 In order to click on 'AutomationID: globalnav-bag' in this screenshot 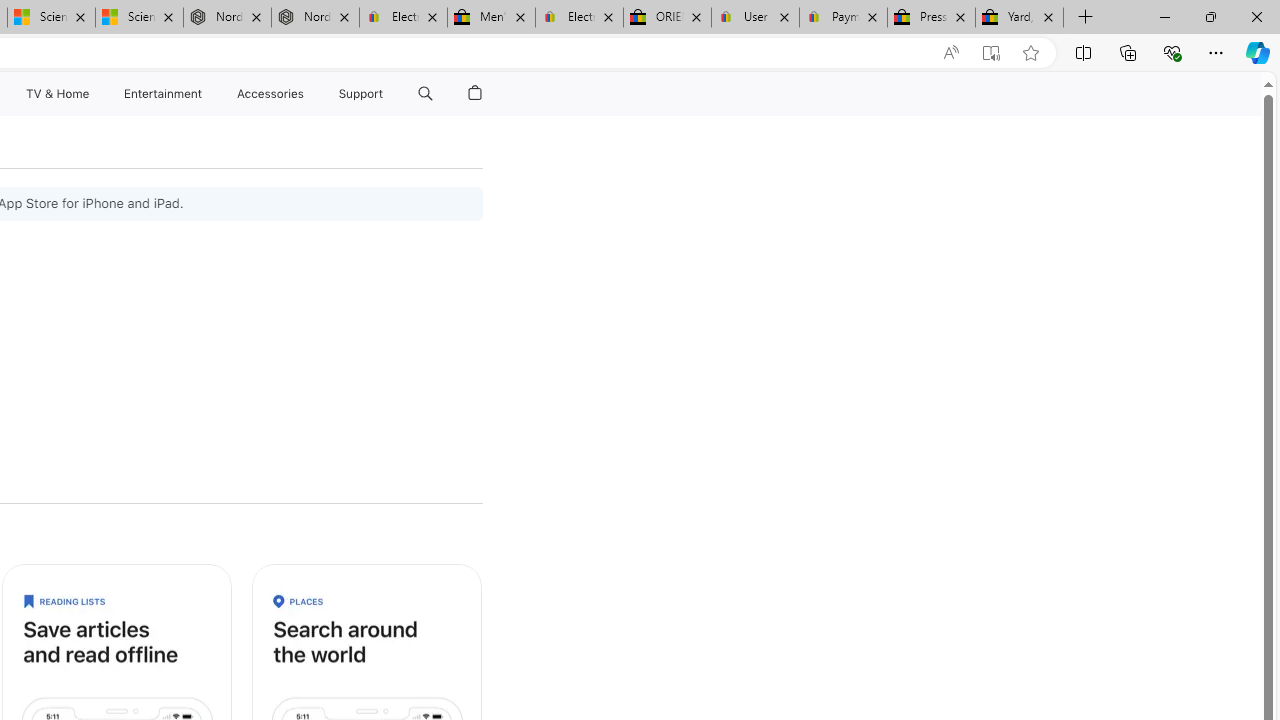, I will do `click(474, 93)`.